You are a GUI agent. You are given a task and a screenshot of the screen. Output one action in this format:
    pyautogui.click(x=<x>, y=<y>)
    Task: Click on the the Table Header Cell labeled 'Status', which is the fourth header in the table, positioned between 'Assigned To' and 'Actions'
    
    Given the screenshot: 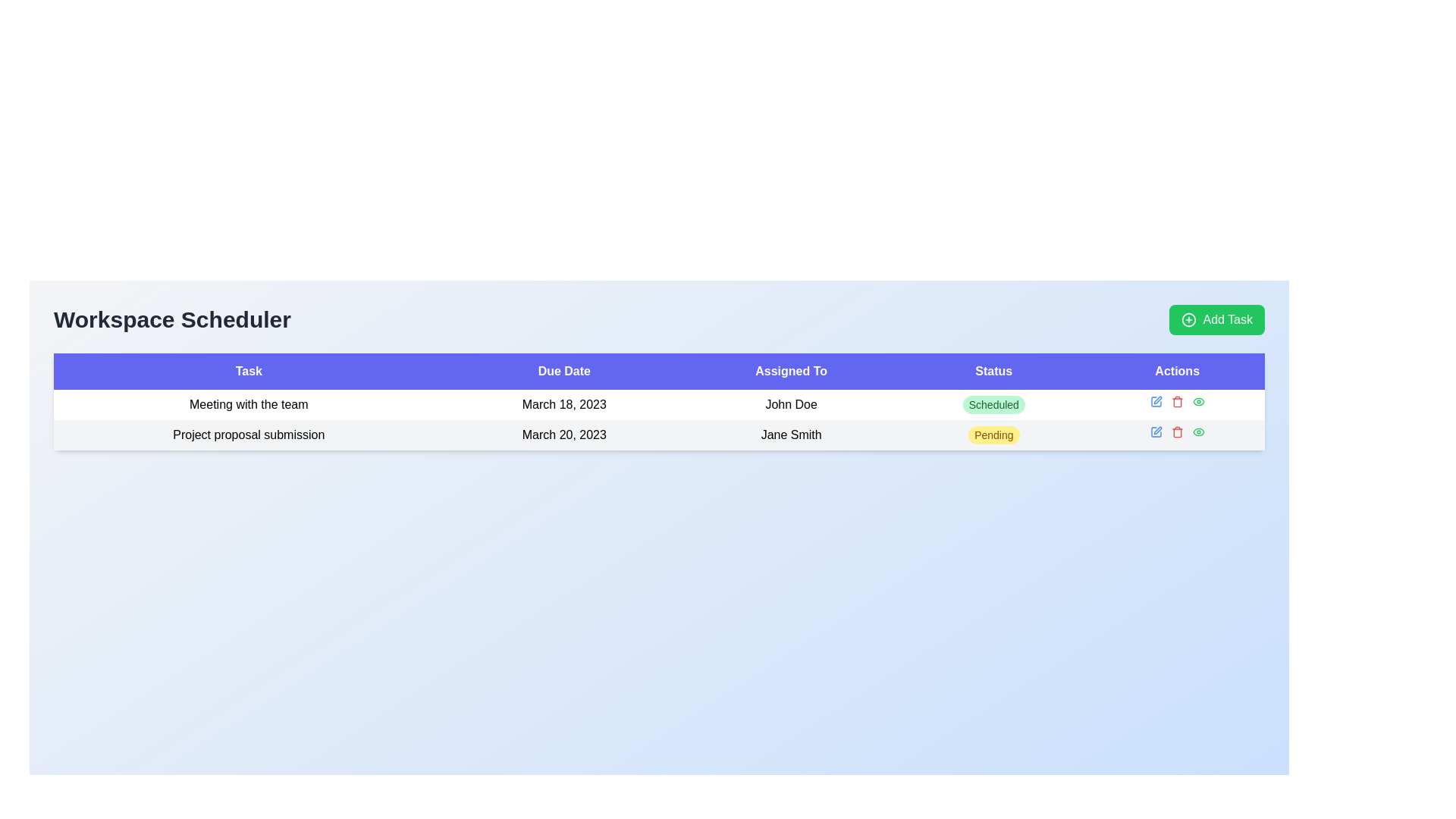 What is the action you would take?
    pyautogui.click(x=993, y=371)
    